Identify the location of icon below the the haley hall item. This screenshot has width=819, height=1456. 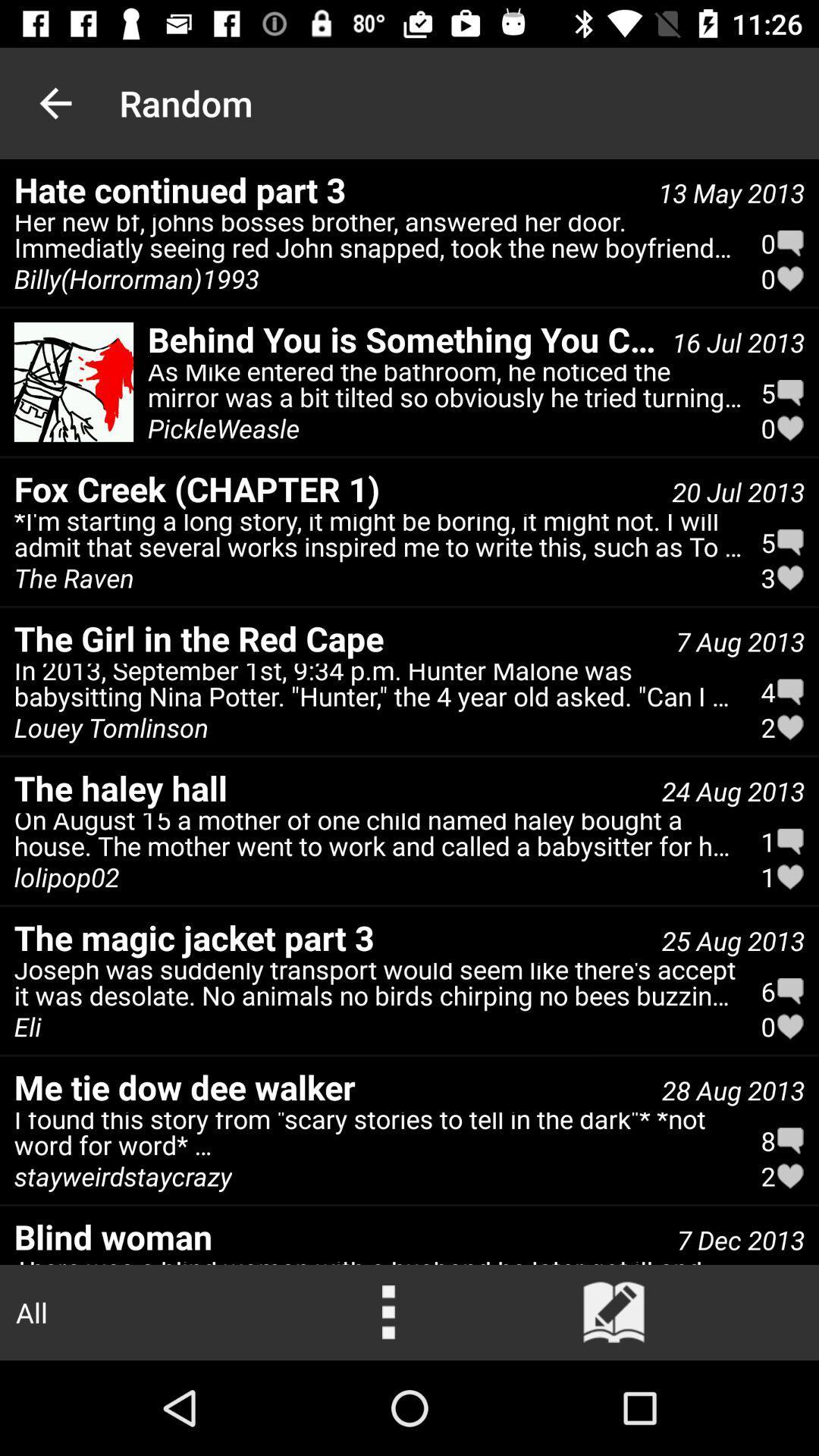
(66, 877).